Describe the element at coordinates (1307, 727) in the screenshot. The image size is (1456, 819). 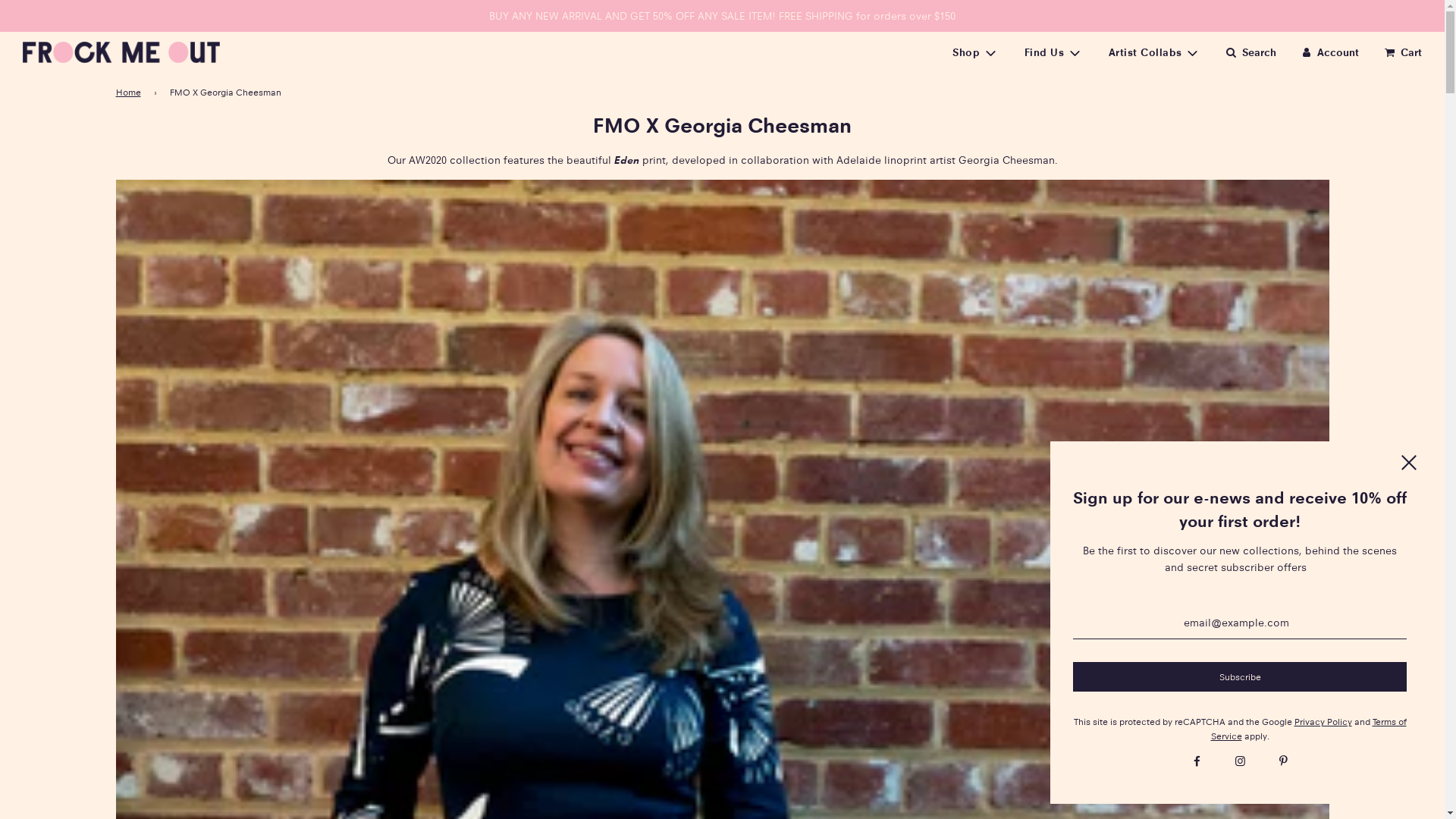
I see `'Terms of Service'` at that location.